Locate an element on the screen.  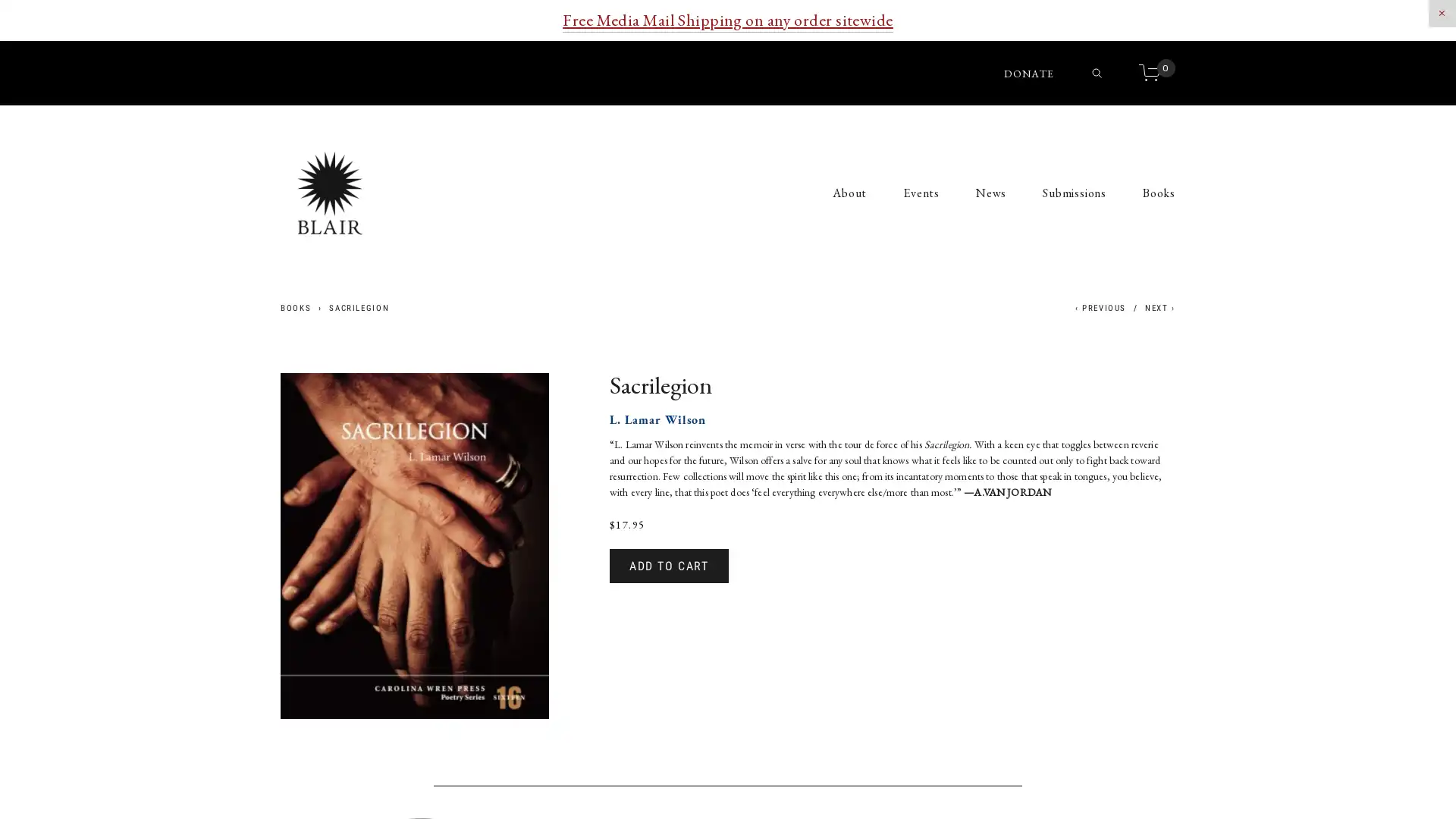
Sign me up! is located at coordinates (728, 446).